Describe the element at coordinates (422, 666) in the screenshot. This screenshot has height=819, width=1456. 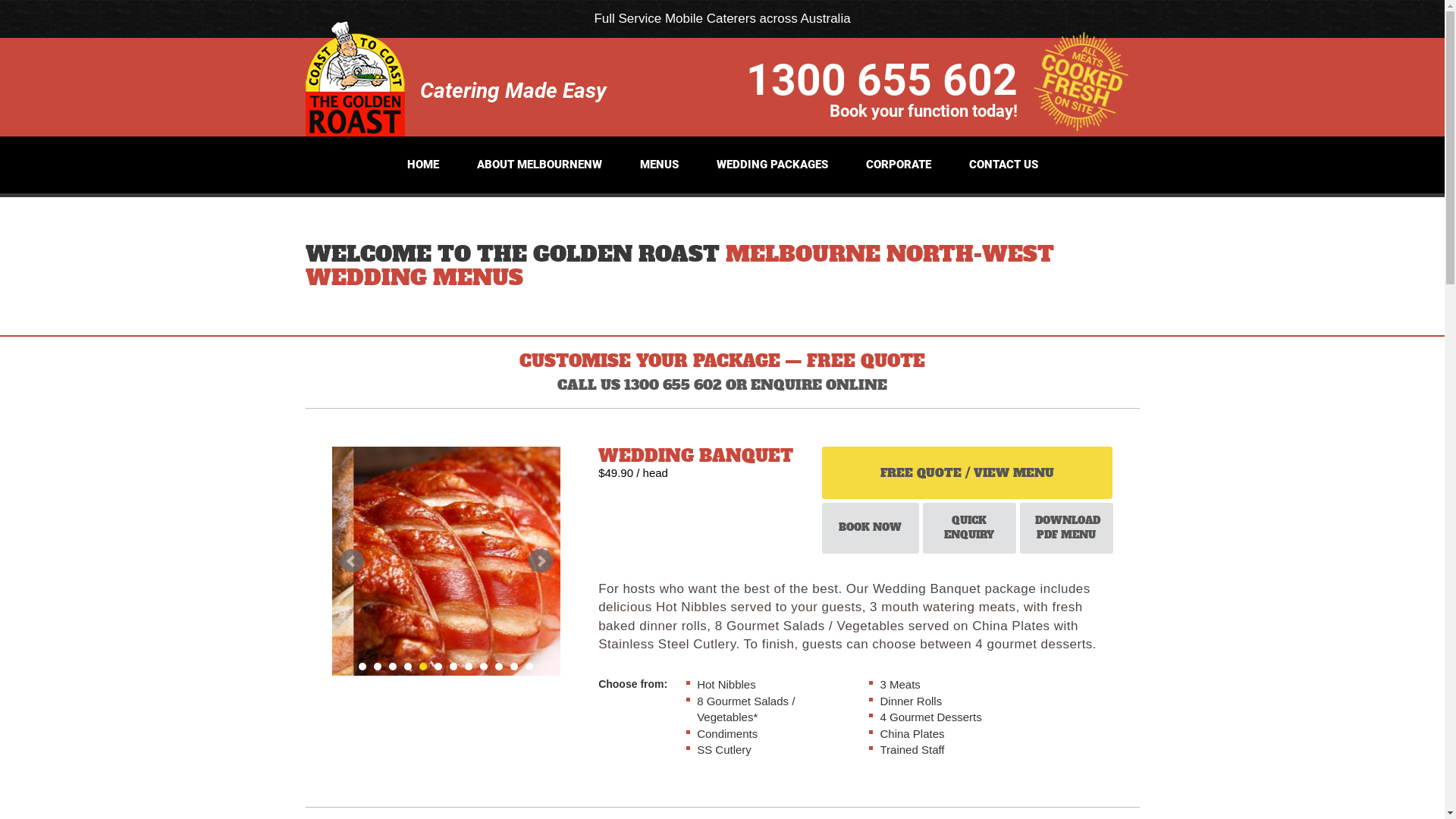
I see `'5'` at that location.